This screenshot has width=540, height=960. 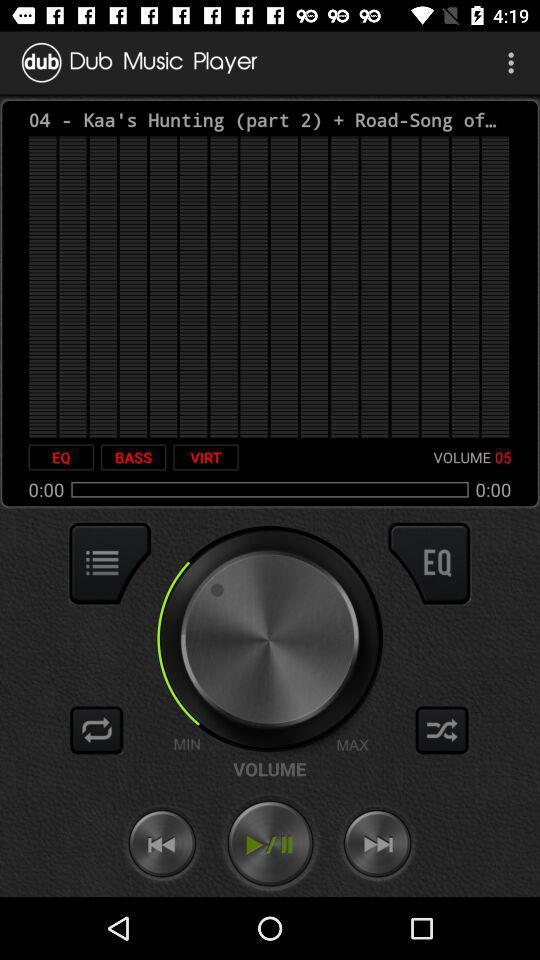 I want to click on hidden menu option, so click(x=110, y=563).